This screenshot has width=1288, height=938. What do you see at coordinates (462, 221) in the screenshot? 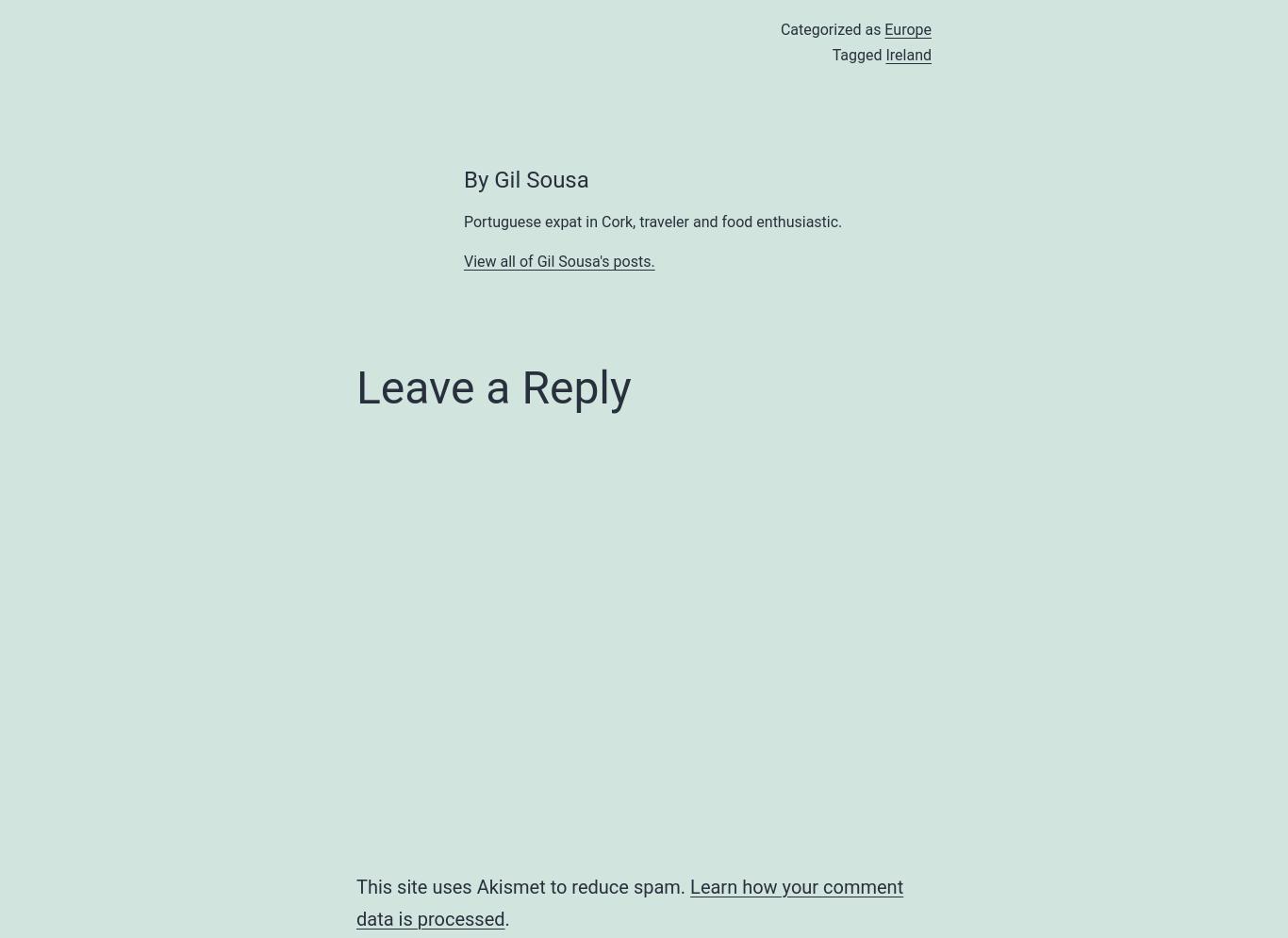
I see `'Portuguese expat in Cork, traveler and food enthusiastic.'` at bounding box center [462, 221].